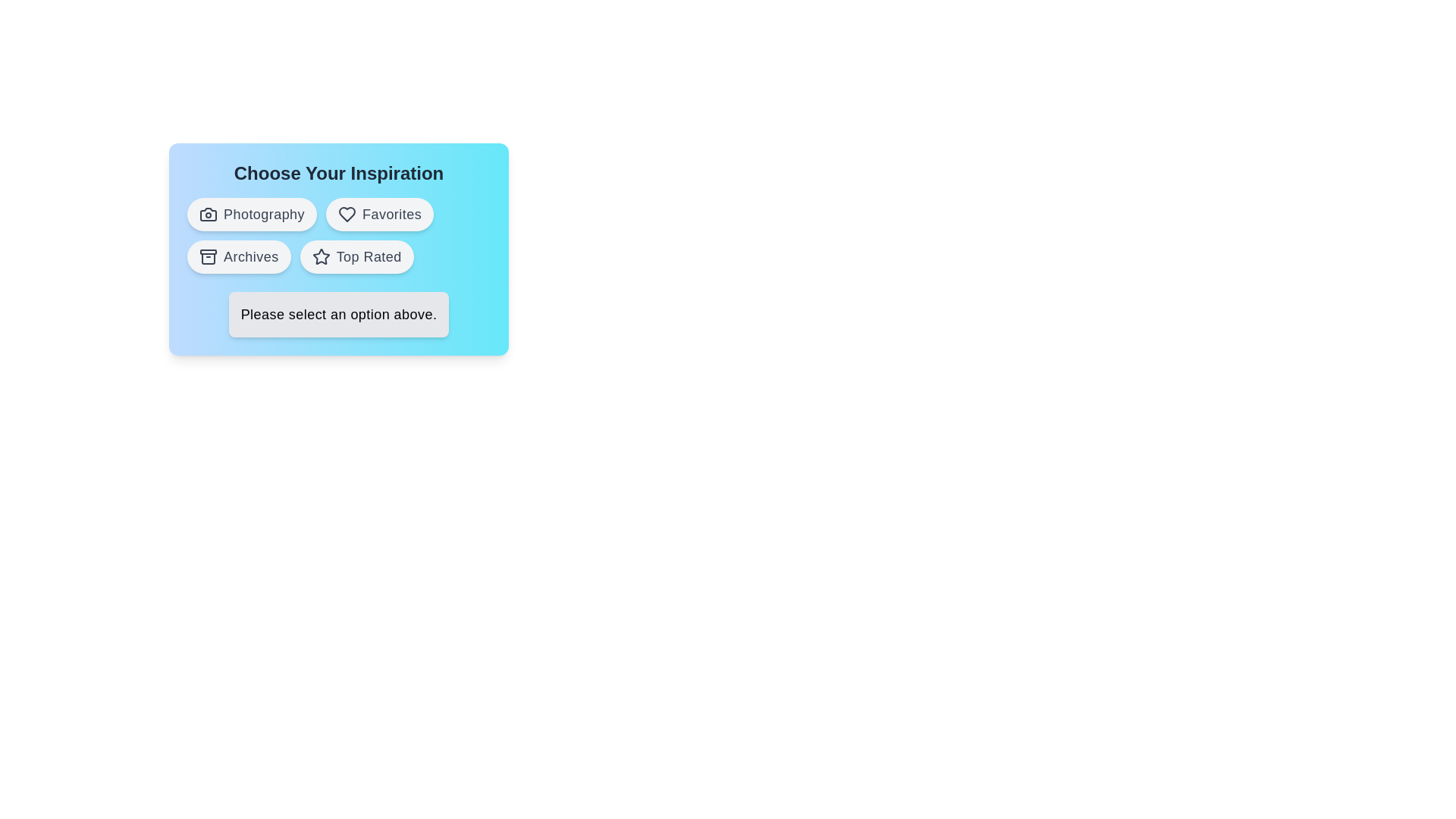 Image resolution: width=1456 pixels, height=819 pixels. What do you see at coordinates (207, 214) in the screenshot?
I see `the camera icon in the 'Photography' option` at bounding box center [207, 214].